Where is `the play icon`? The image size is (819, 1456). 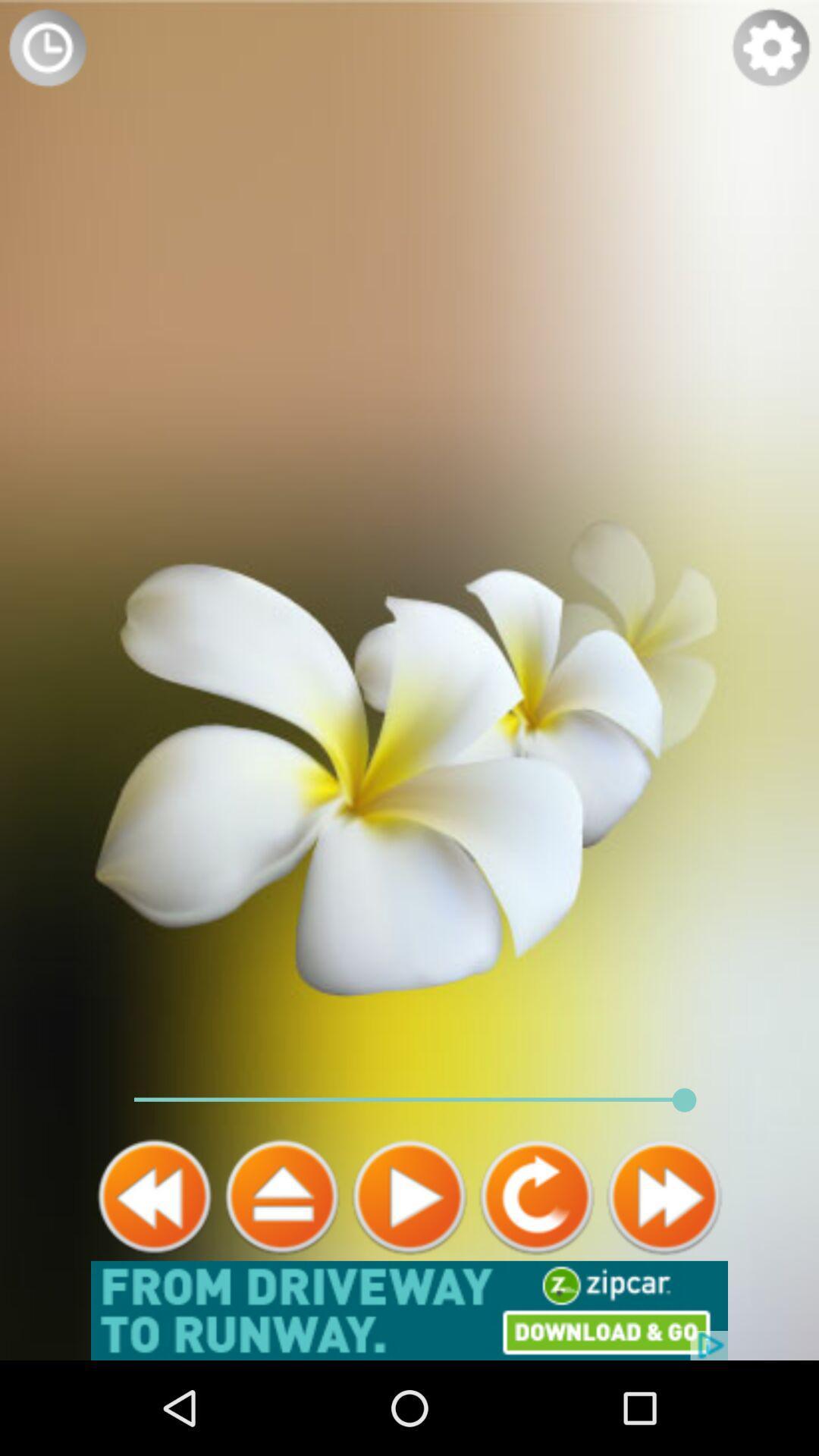 the play icon is located at coordinates (409, 1196).